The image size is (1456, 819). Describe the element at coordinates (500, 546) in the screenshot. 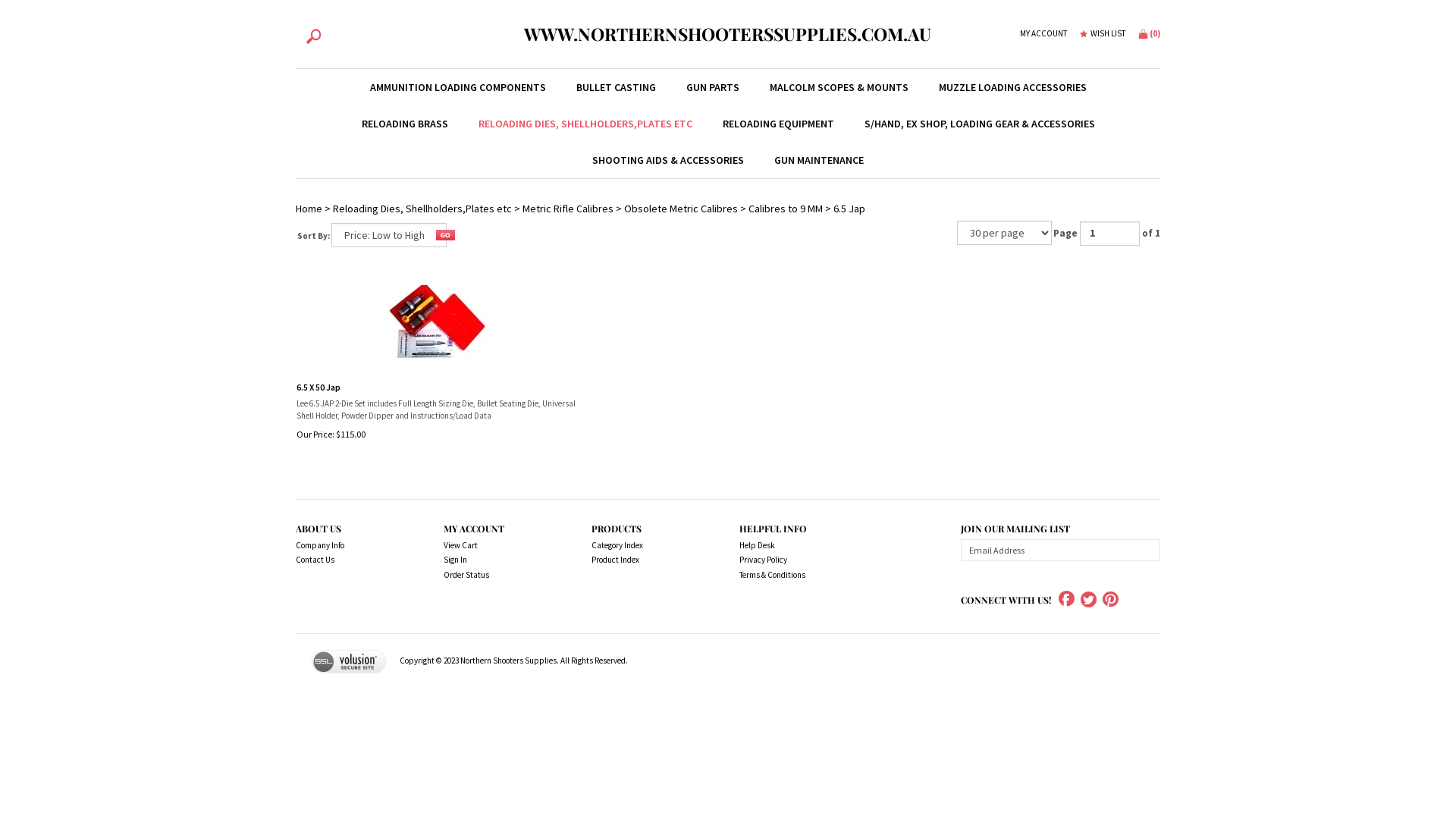

I see `'View Cart'` at that location.